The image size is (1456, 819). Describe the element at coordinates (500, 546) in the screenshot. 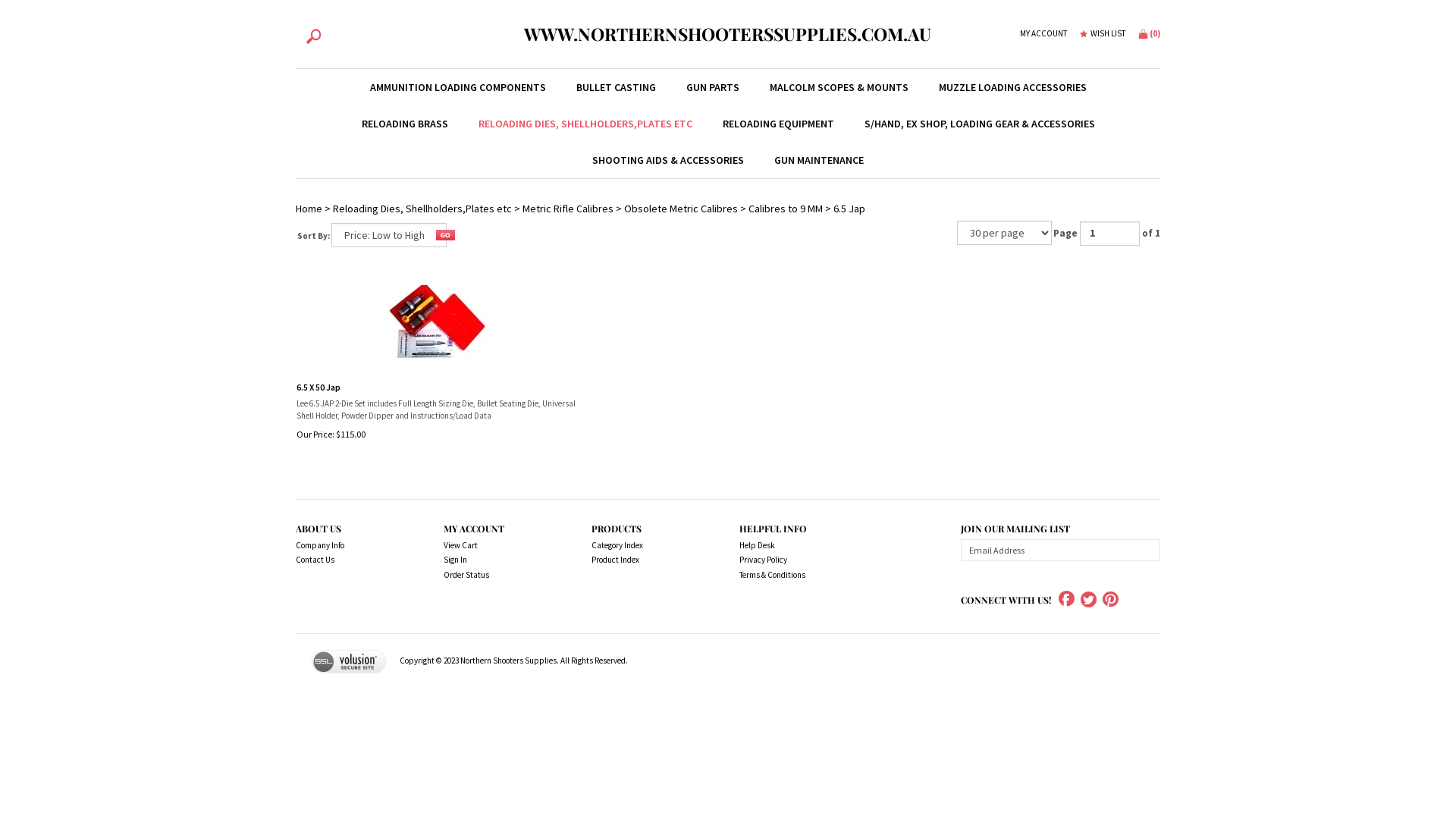

I see `'View Cart'` at that location.